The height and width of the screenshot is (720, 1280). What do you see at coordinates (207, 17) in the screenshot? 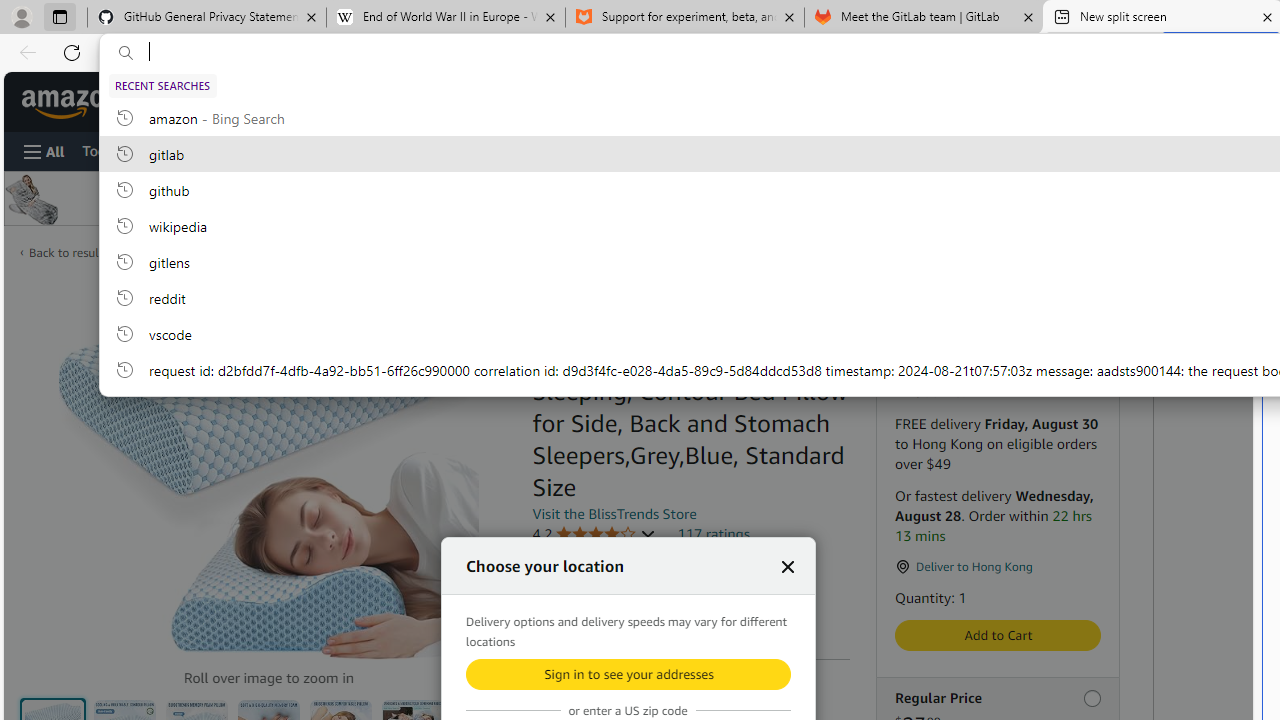
I see `'GitHub General Privacy Statement - GitHub Docs'` at bounding box center [207, 17].